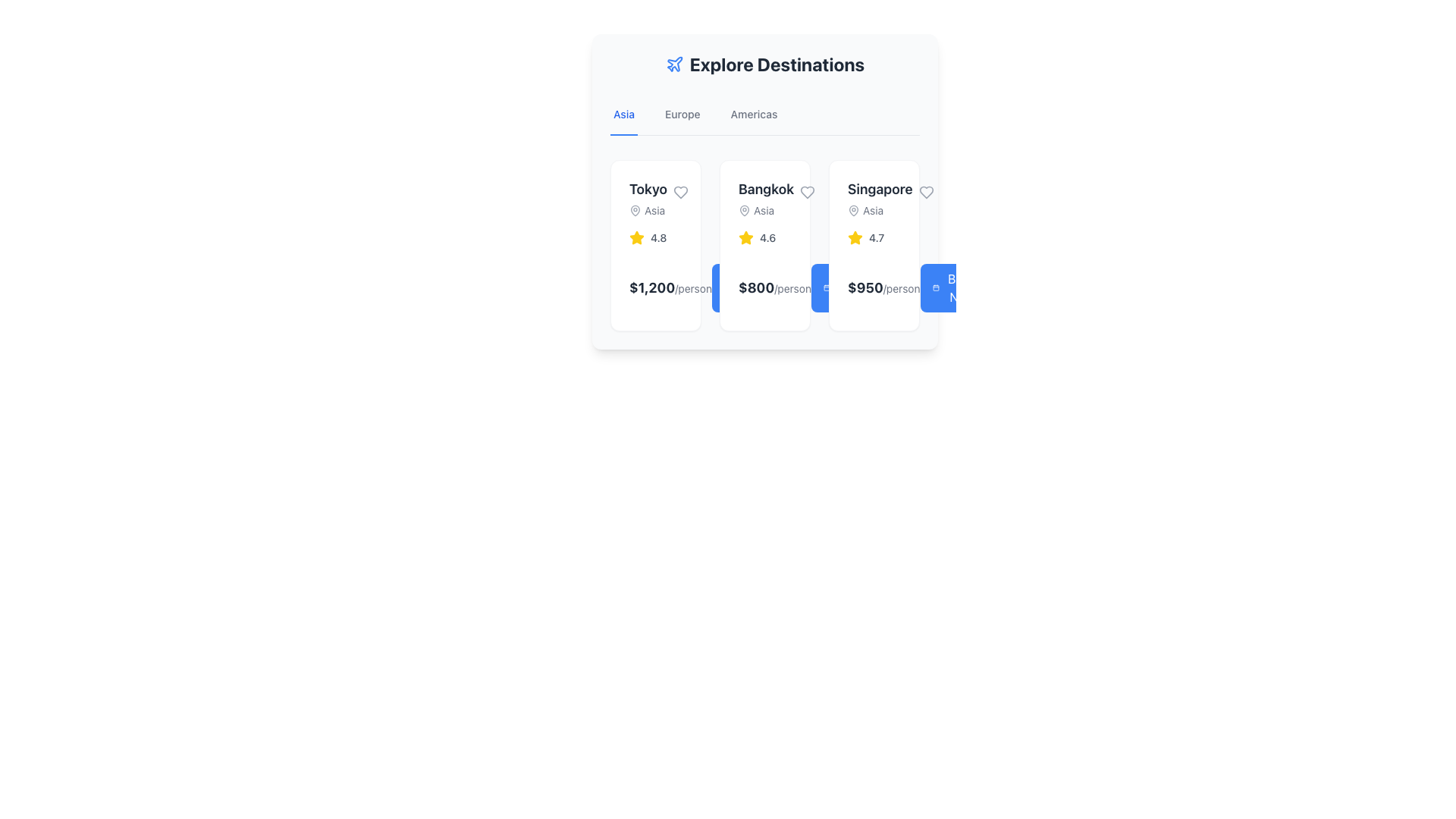  What do you see at coordinates (934, 288) in the screenshot?
I see `the small calendar icon that is centrally placed within the 'Book Now' button to interact with the booking functionality` at bounding box center [934, 288].